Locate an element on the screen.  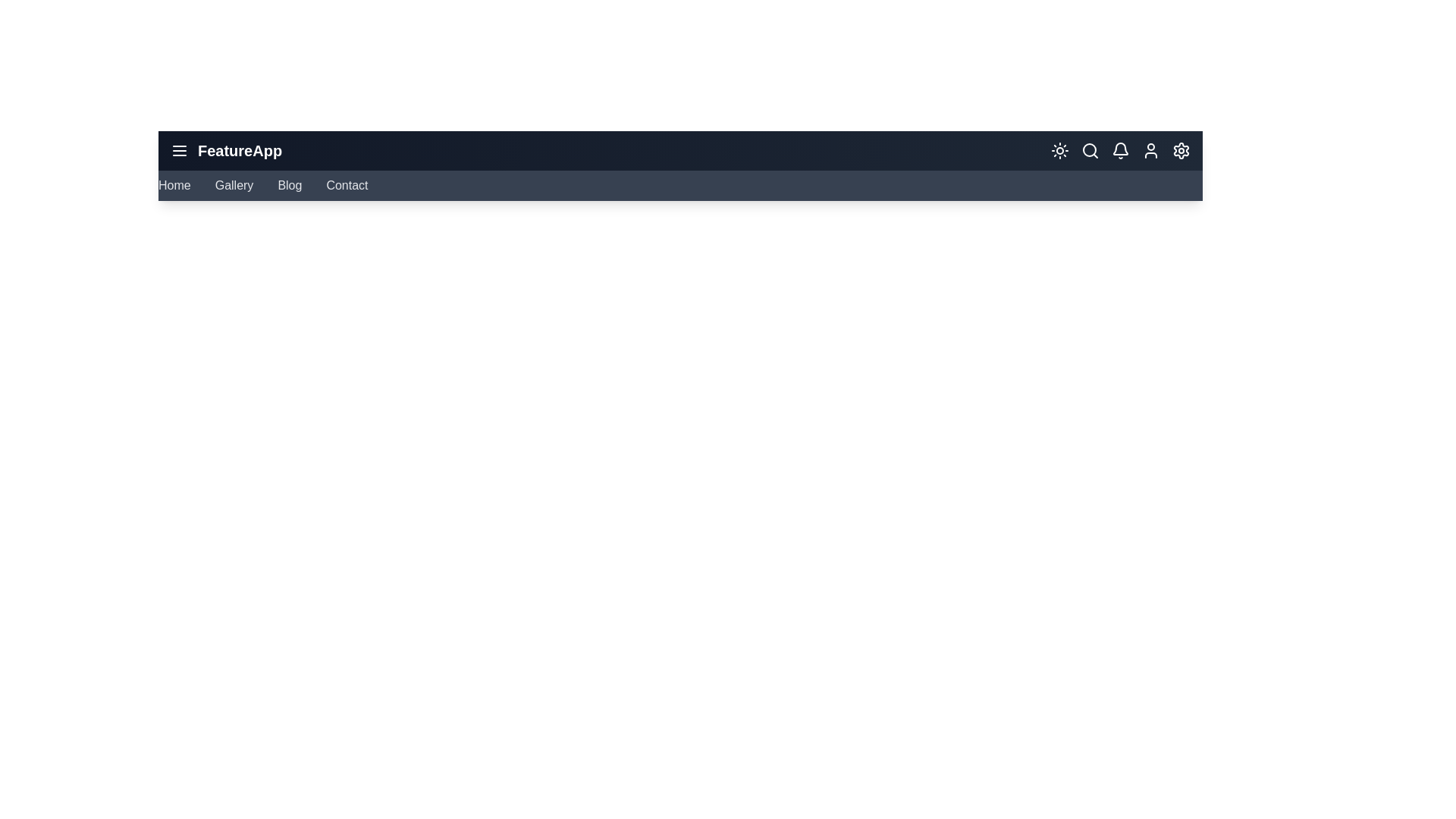
the 'Notifications' icon in the app bar is located at coordinates (1121, 151).